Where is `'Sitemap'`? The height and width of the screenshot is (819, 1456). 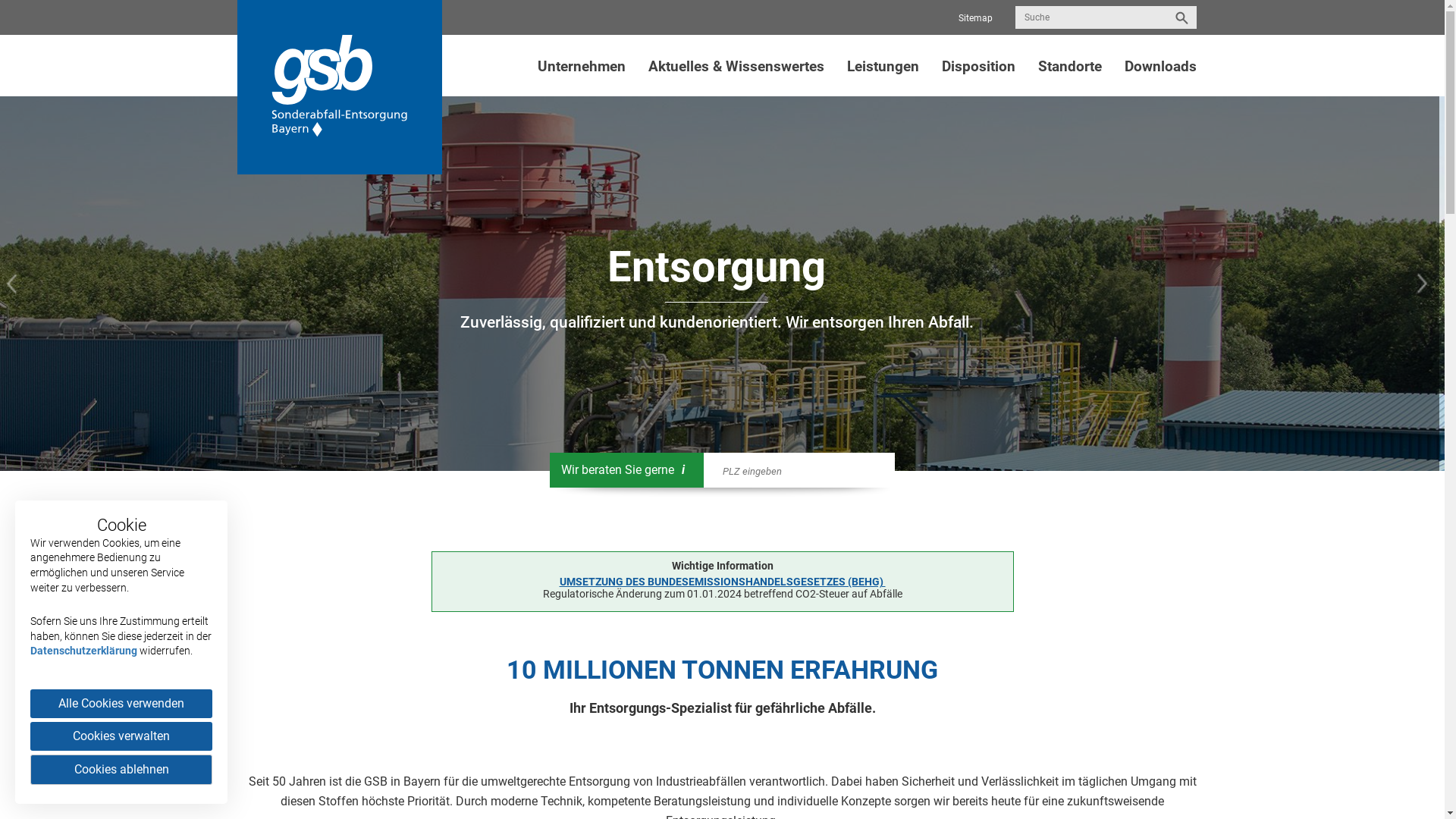 'Sitemap' is located at coordinates (957, 17).